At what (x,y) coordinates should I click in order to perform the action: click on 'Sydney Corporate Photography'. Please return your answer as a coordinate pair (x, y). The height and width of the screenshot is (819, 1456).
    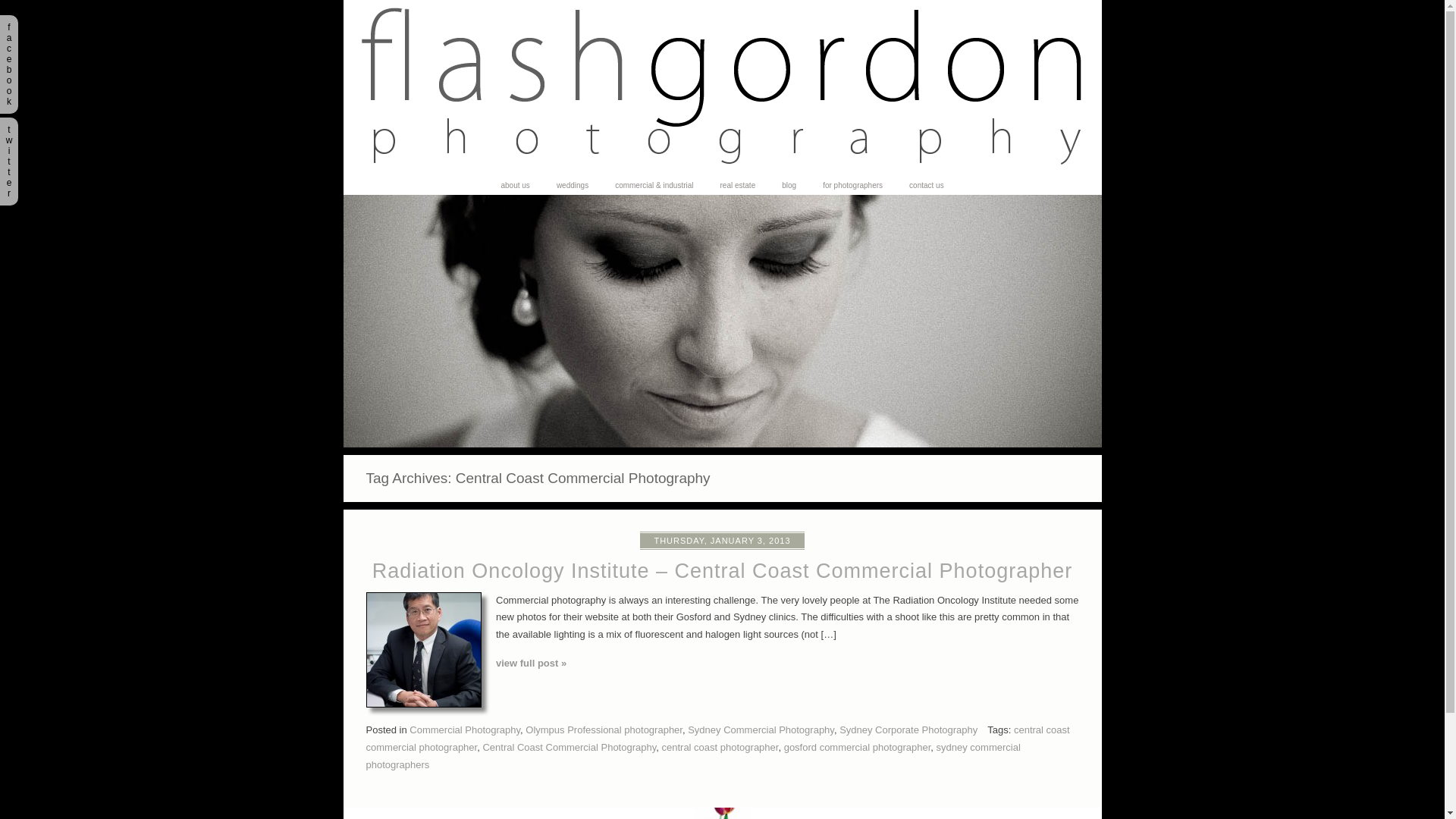
    Looking at the image, I should click on (908, 729).